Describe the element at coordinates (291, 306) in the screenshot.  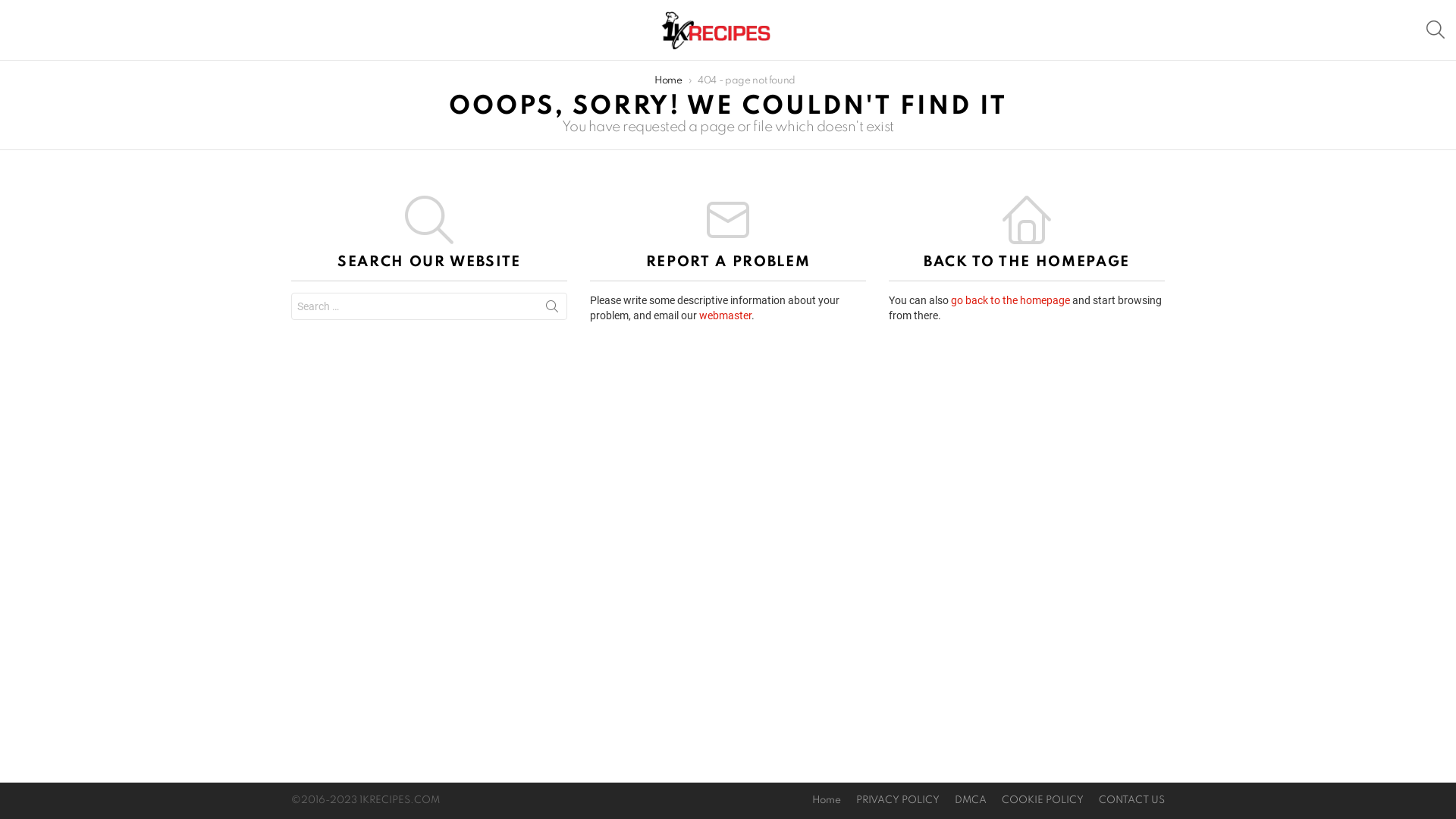
I see `'Search for:'` at that location.